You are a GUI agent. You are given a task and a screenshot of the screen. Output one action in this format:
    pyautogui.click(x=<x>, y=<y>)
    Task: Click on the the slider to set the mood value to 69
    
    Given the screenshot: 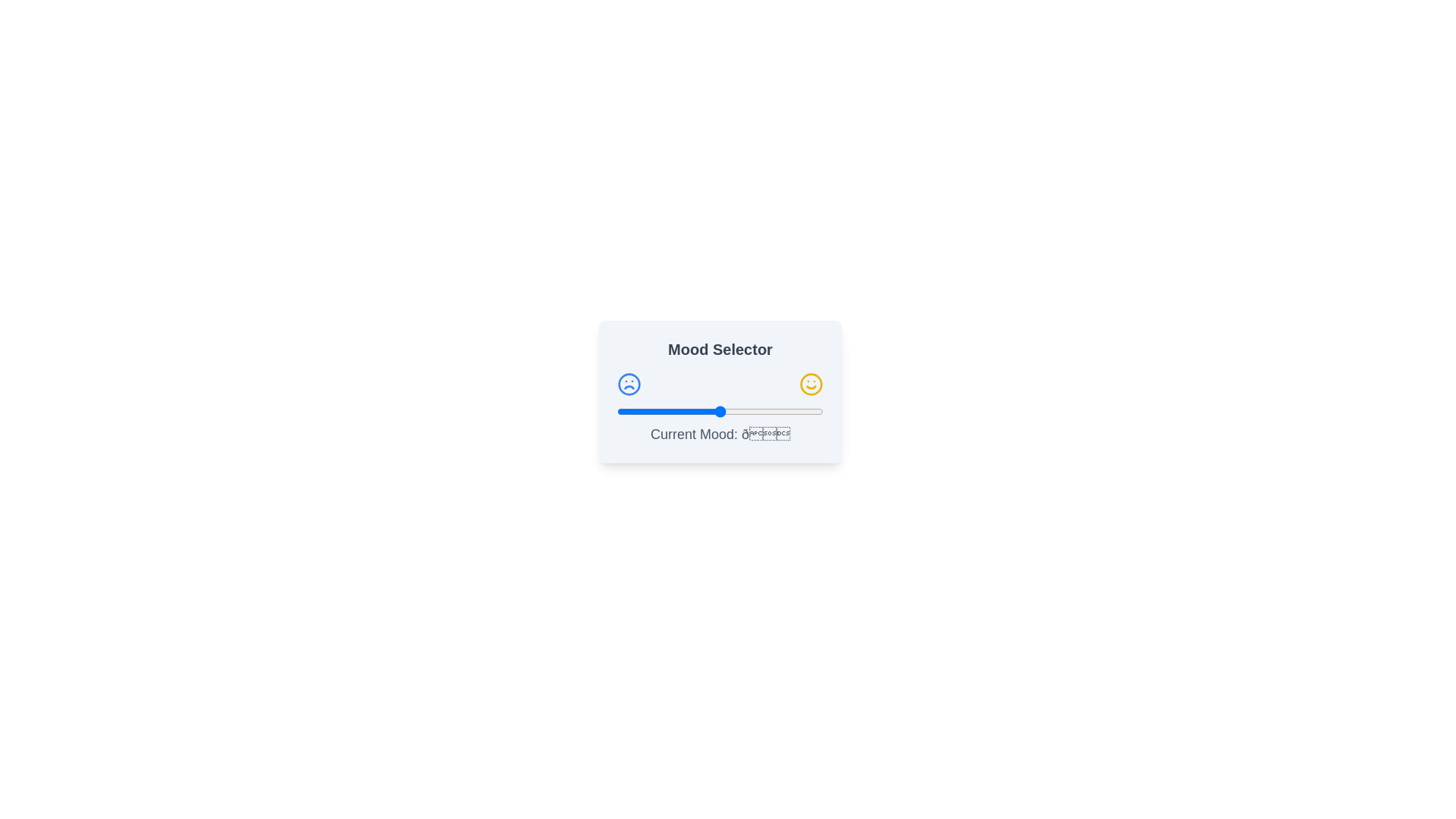 What is the action you would take?
    pyautogui.click(x=759, y=412)
    